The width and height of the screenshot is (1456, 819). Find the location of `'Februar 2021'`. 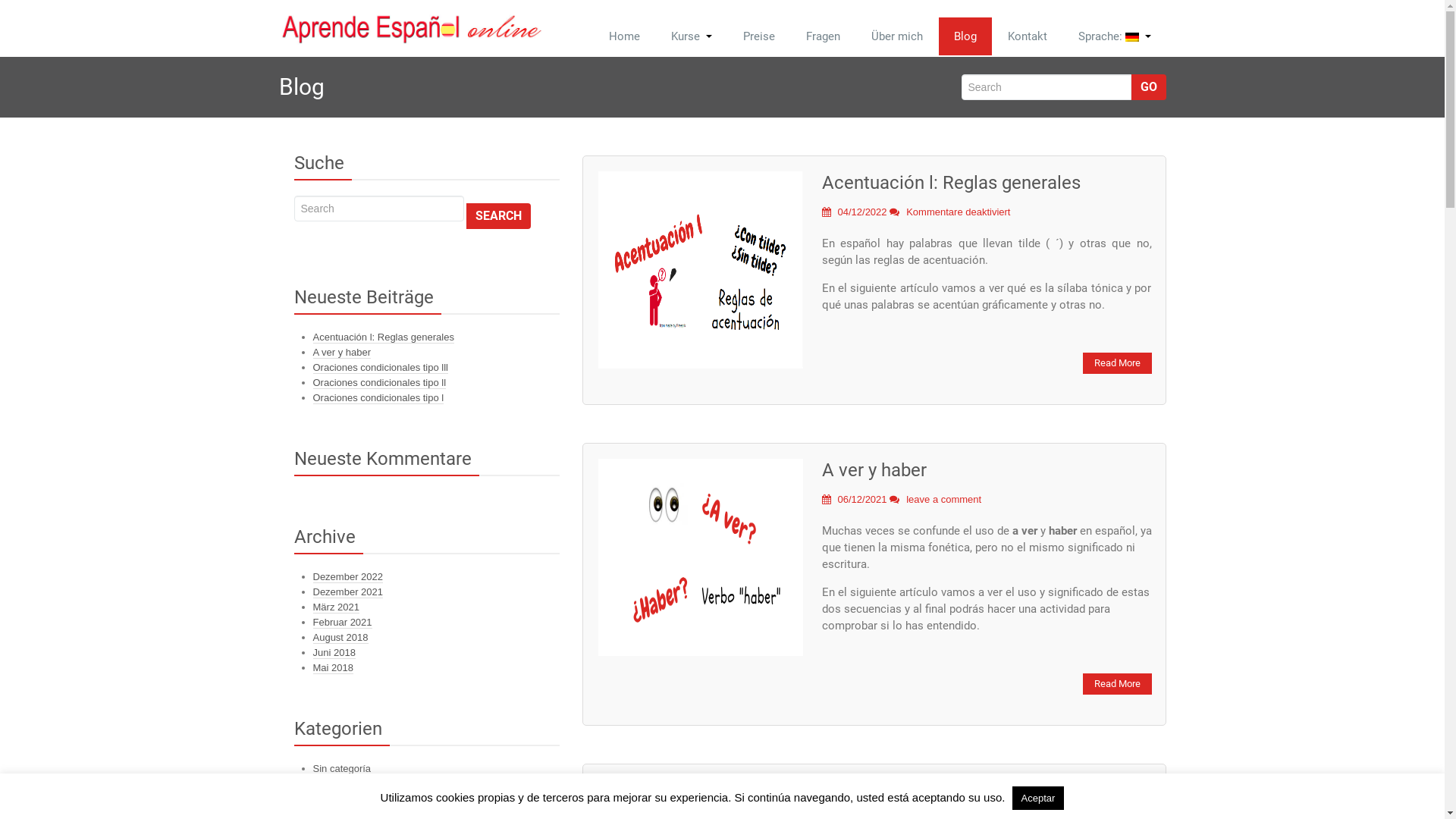

'Februar 2021' is located at coordinates (341, 623).